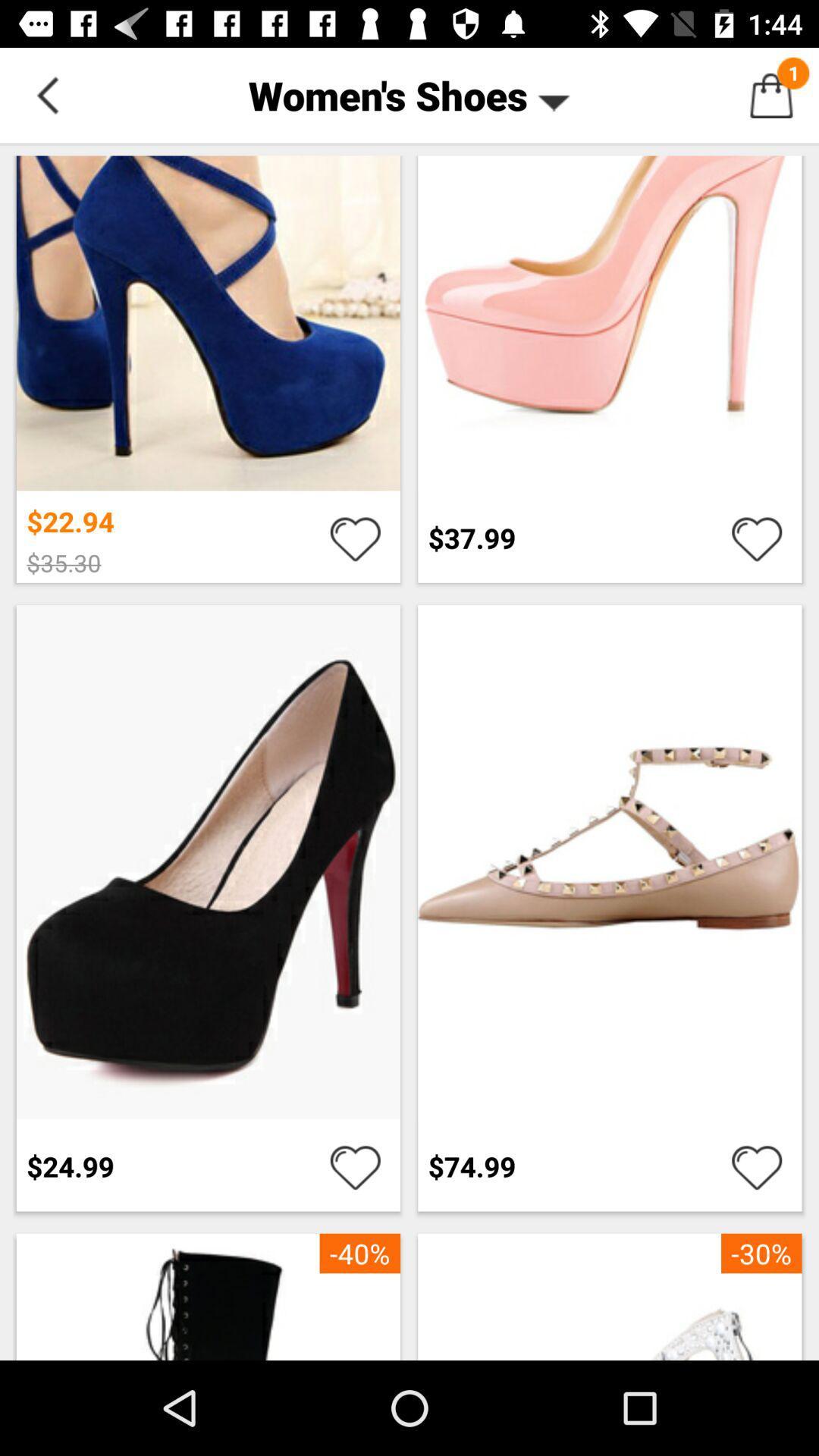 This screenshot has height=1456, width=819. What do you see at coordinates (46, 94) in the screenshot?
I see `back` at bounding box center [46, 94].